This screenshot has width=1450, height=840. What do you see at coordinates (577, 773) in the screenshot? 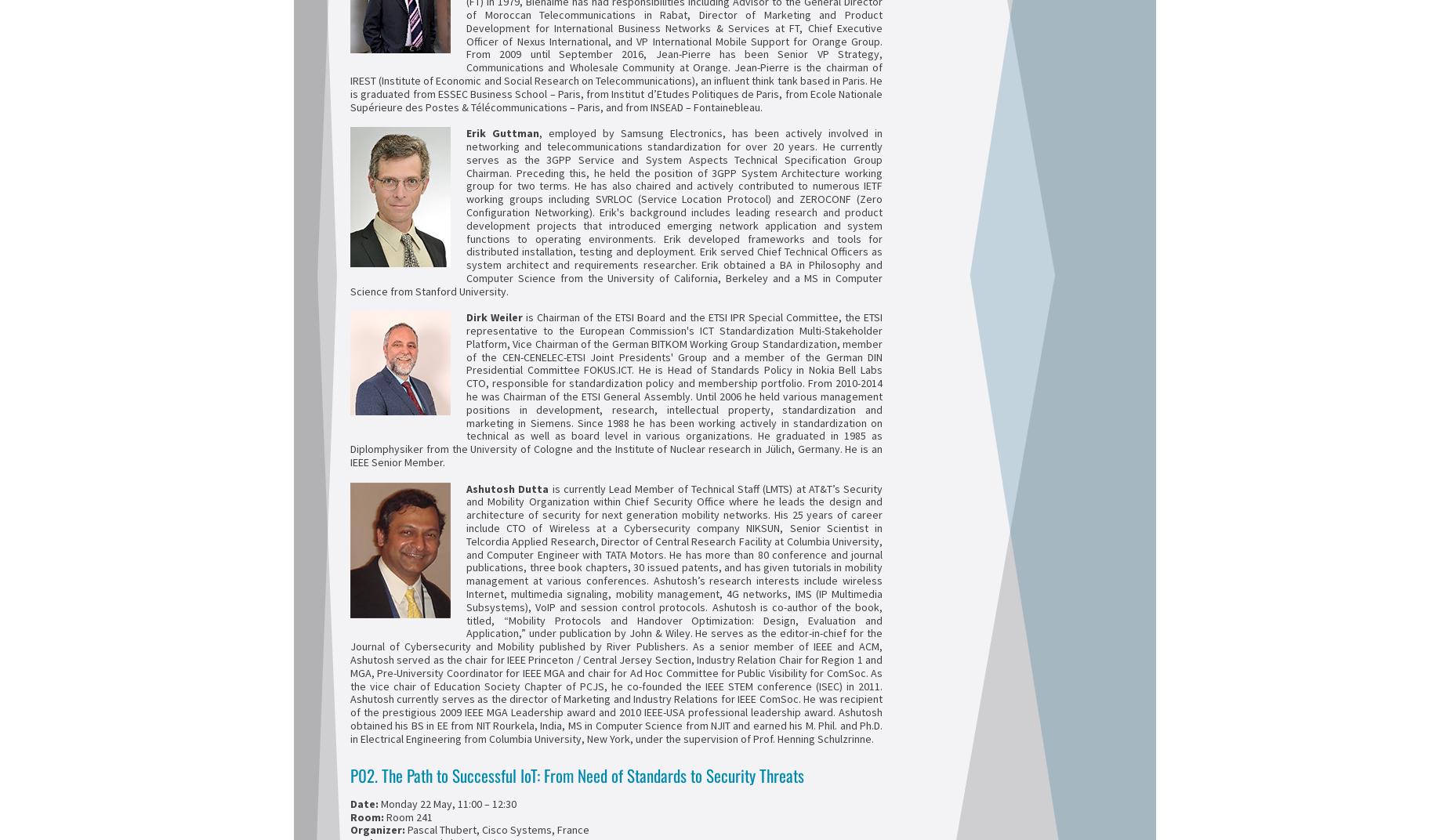
I see `'P02. The Path to Successful IoT: From Need of Standards to Security Threats'` at bounding box center [577, 773].